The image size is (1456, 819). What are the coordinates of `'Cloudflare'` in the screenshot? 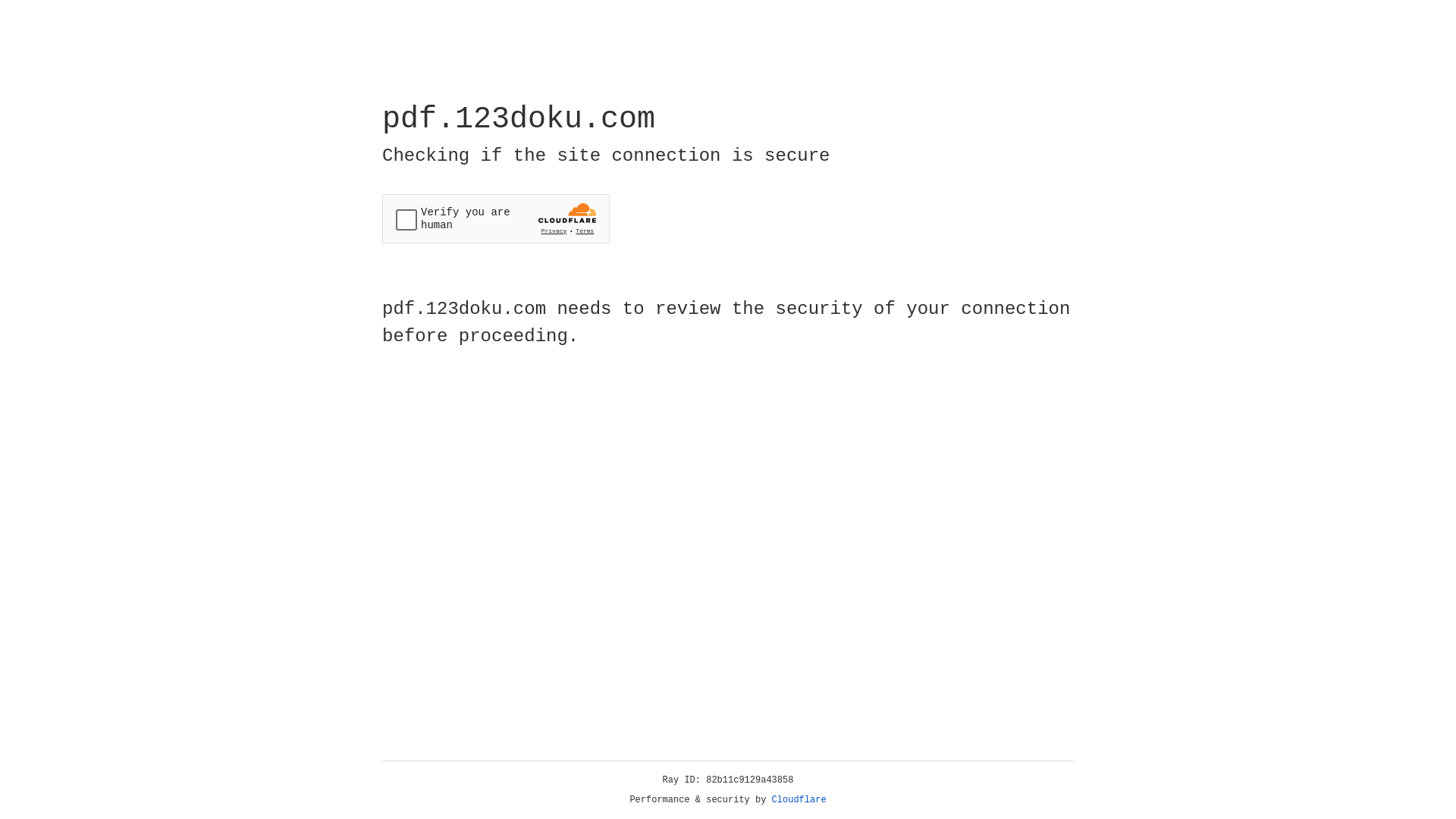 It's located at (799, 799).